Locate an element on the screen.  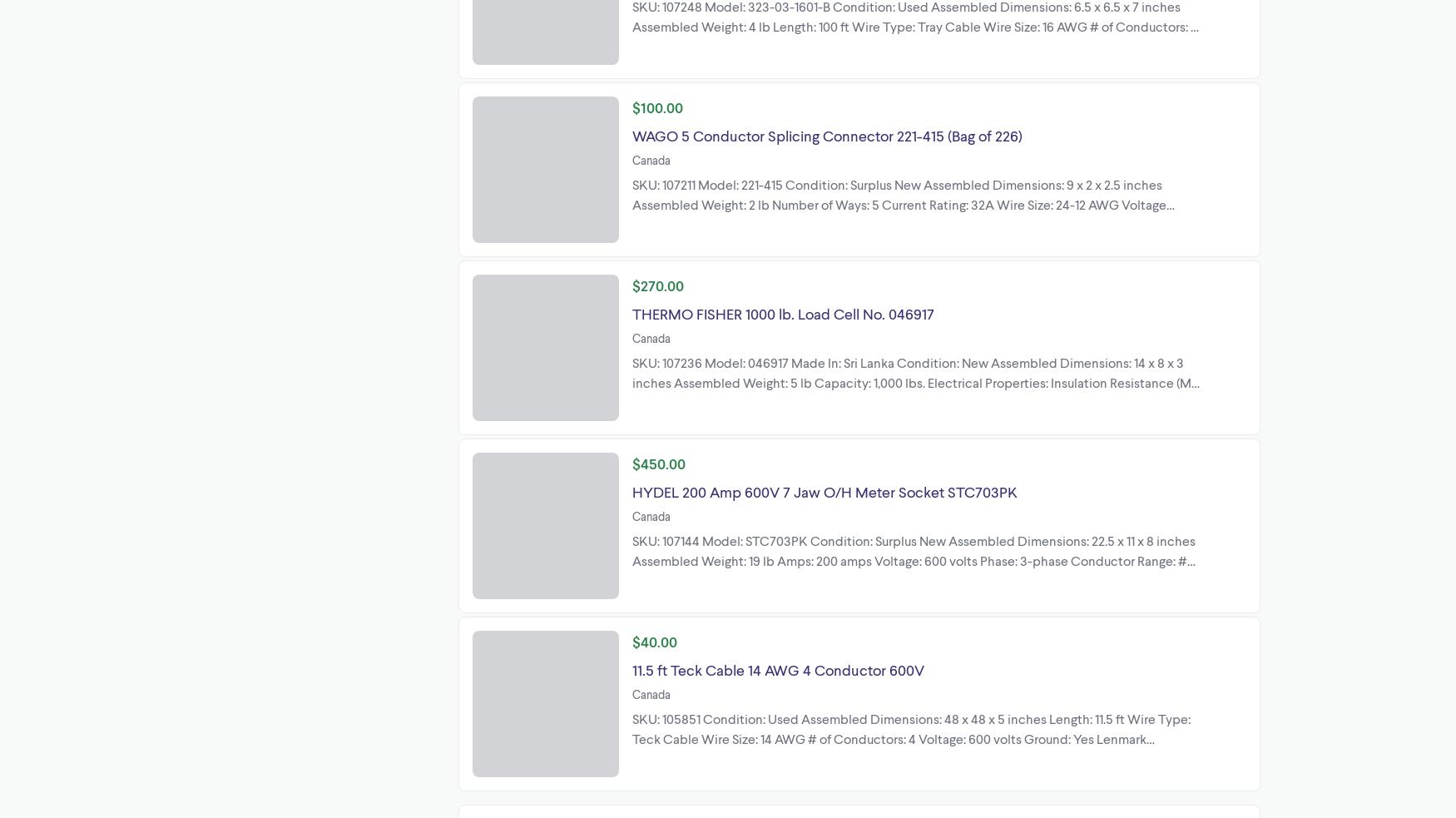
'$270.00' is located at coordinates (631, 283).